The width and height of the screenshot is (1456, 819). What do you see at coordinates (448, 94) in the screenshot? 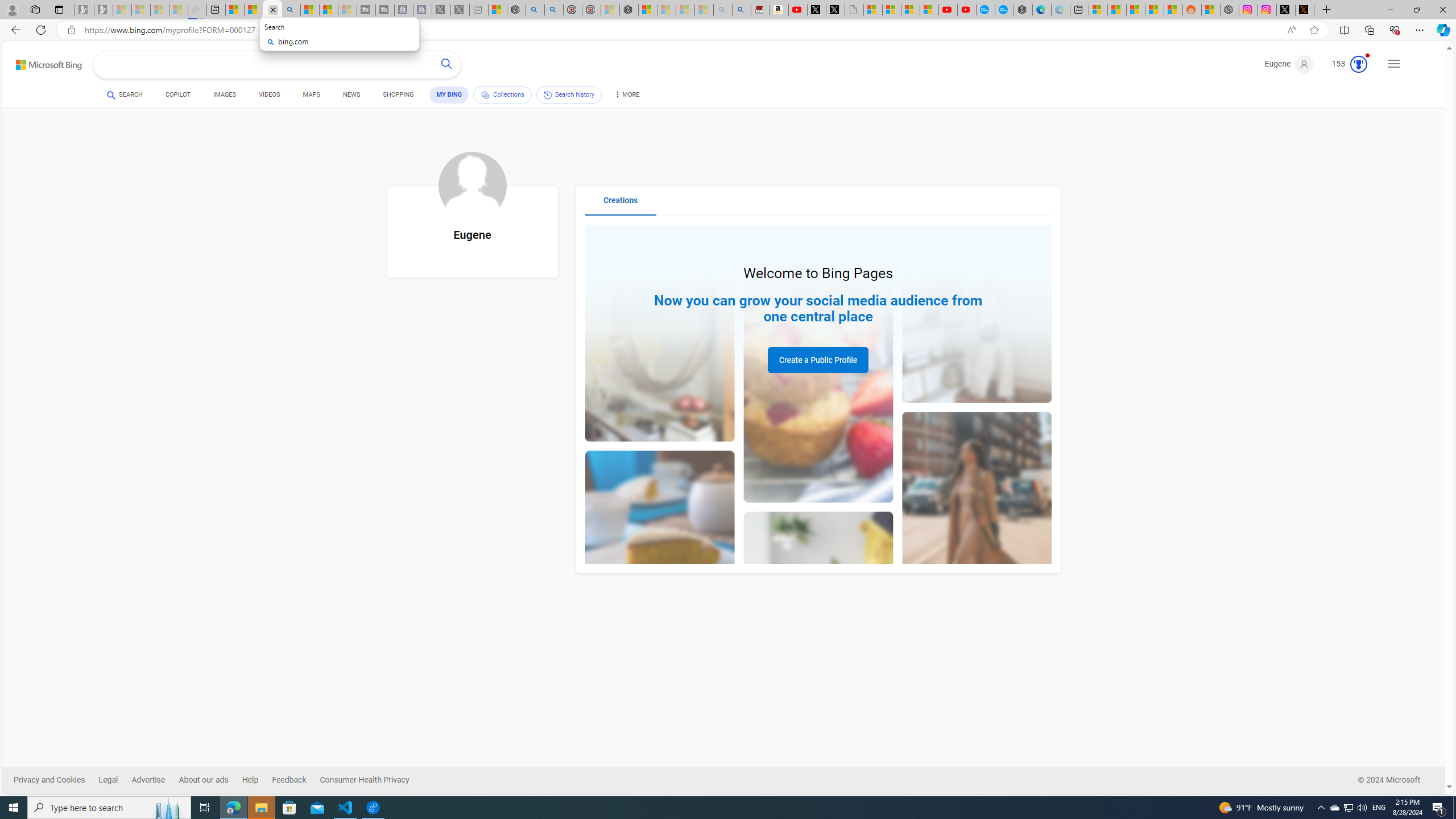
I see `'MY BING'` at bounding box center [448, 94].